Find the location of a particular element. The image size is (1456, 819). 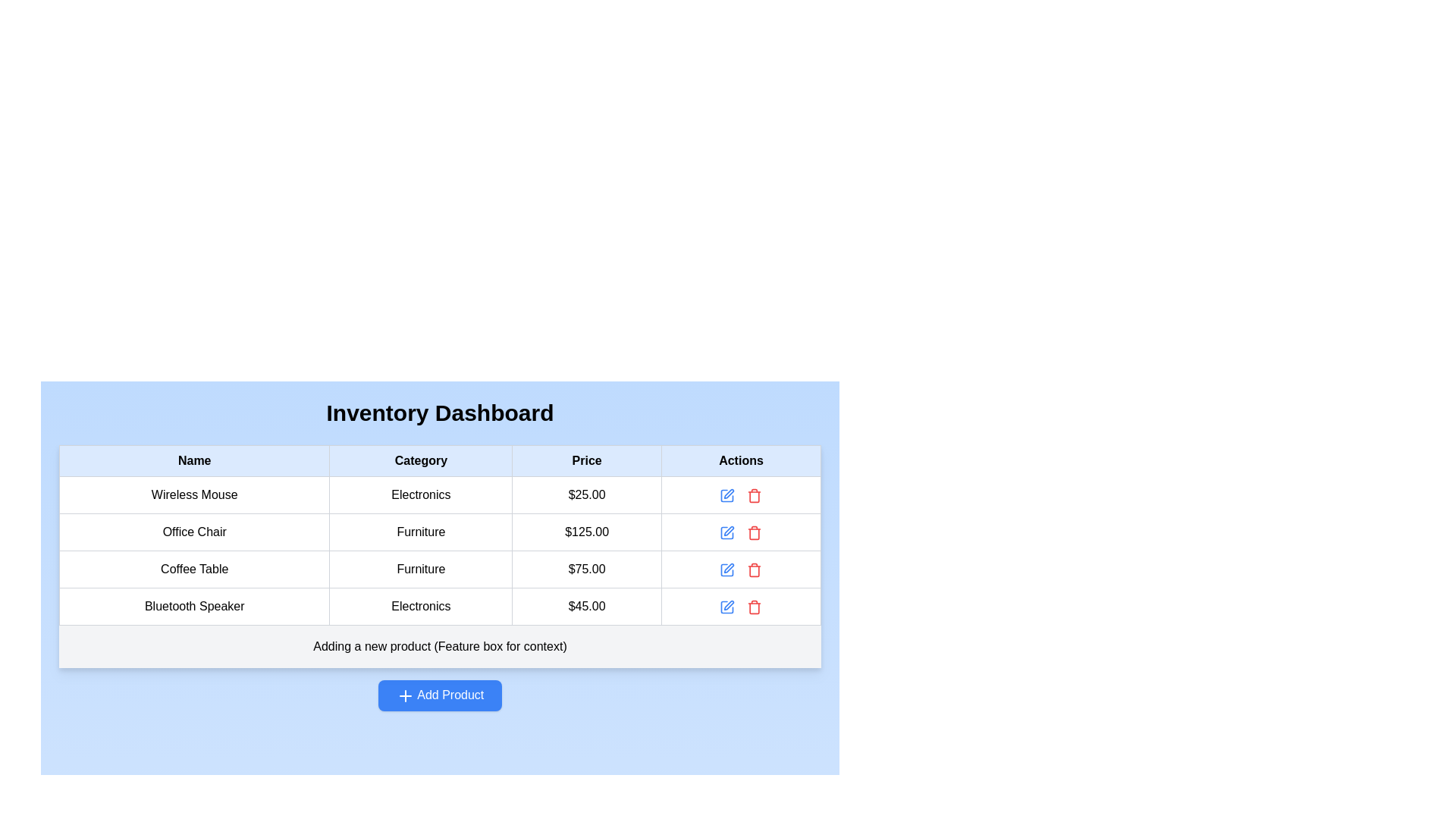

the trash bin icon in the 'Actions' column is located at coordinates (755, 607).